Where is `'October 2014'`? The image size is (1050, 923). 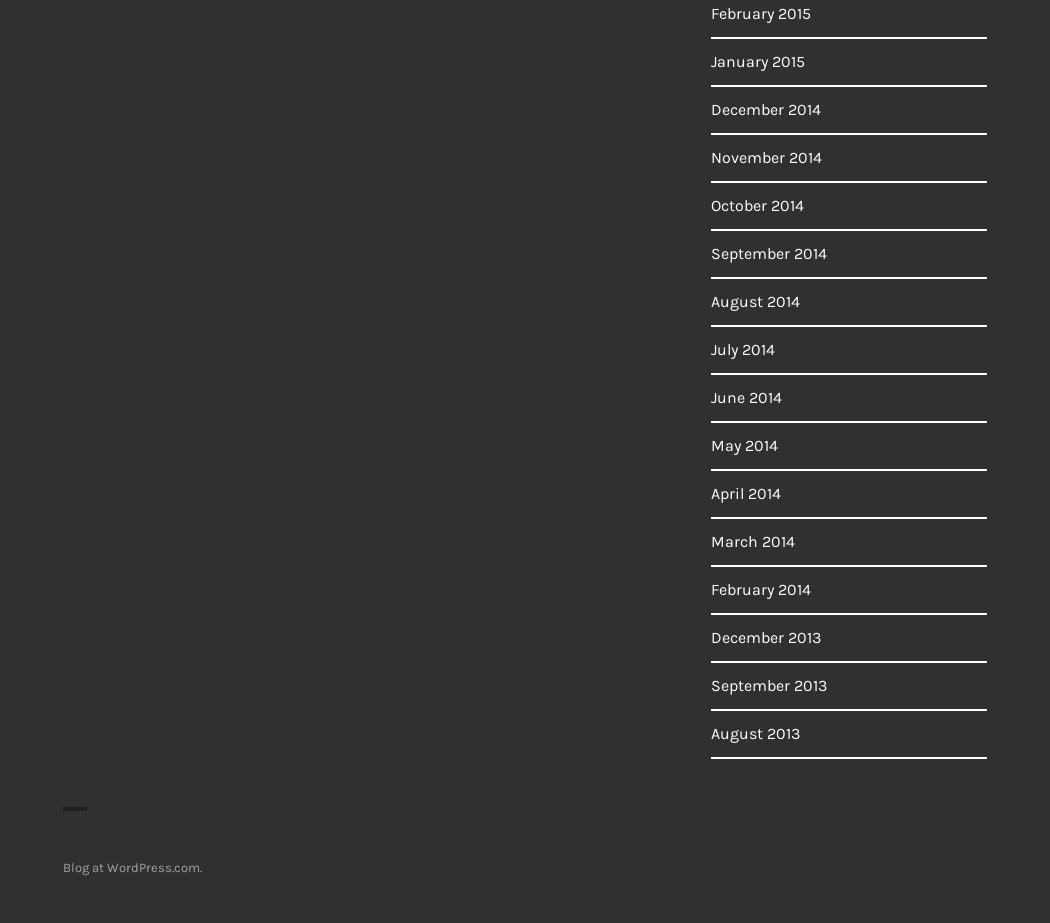 'October 2014' is located at coordinates (757, 205).